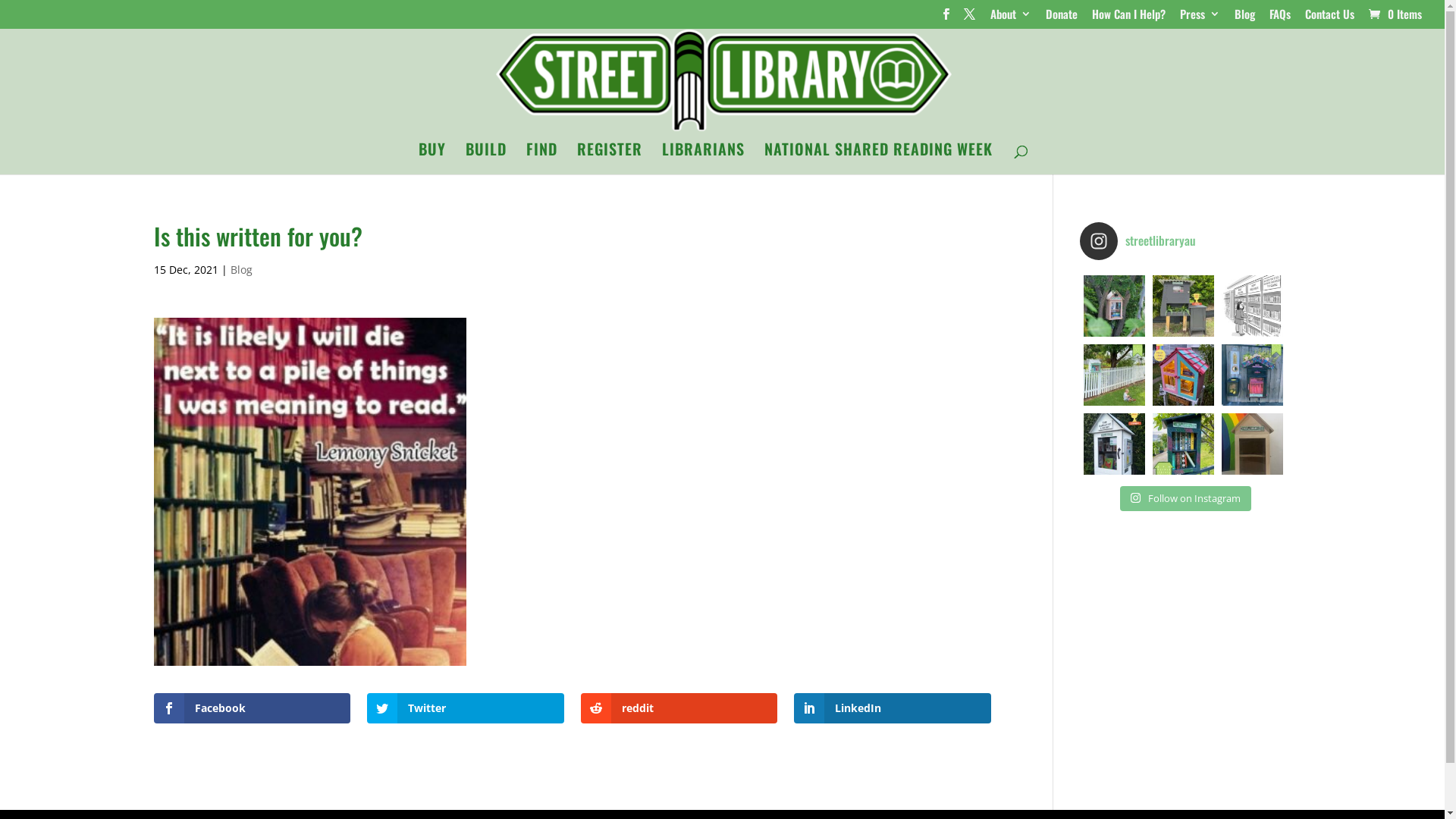  What do you see at coordinates (1244, 17) in the screenshot?
I see `'Blog'` at bounding box center [1244, 17].